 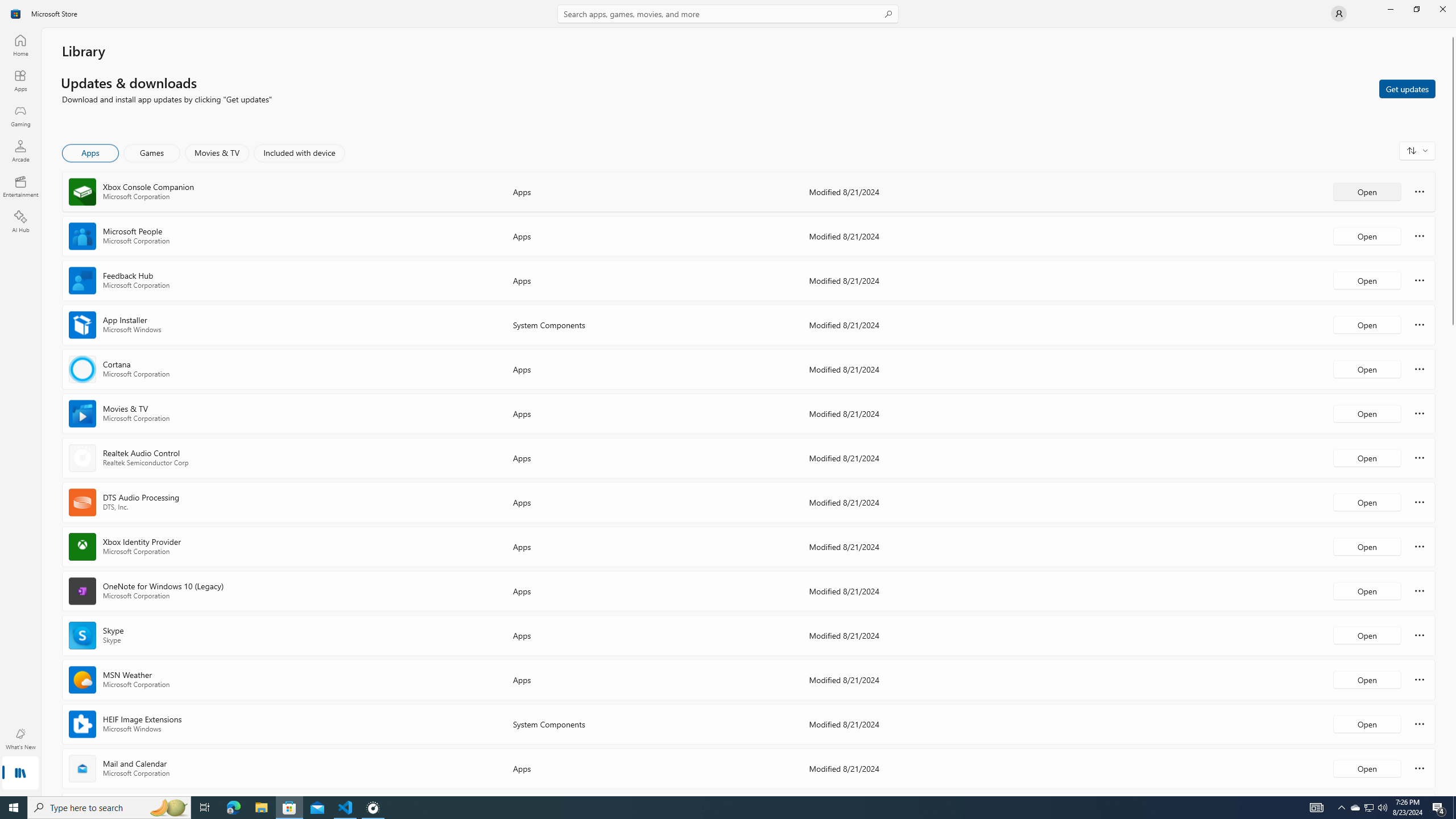 What do you see at coordinates (19, 221) in the screenshot?
I see `'AI Hub'` at bounding box center [19, 221].